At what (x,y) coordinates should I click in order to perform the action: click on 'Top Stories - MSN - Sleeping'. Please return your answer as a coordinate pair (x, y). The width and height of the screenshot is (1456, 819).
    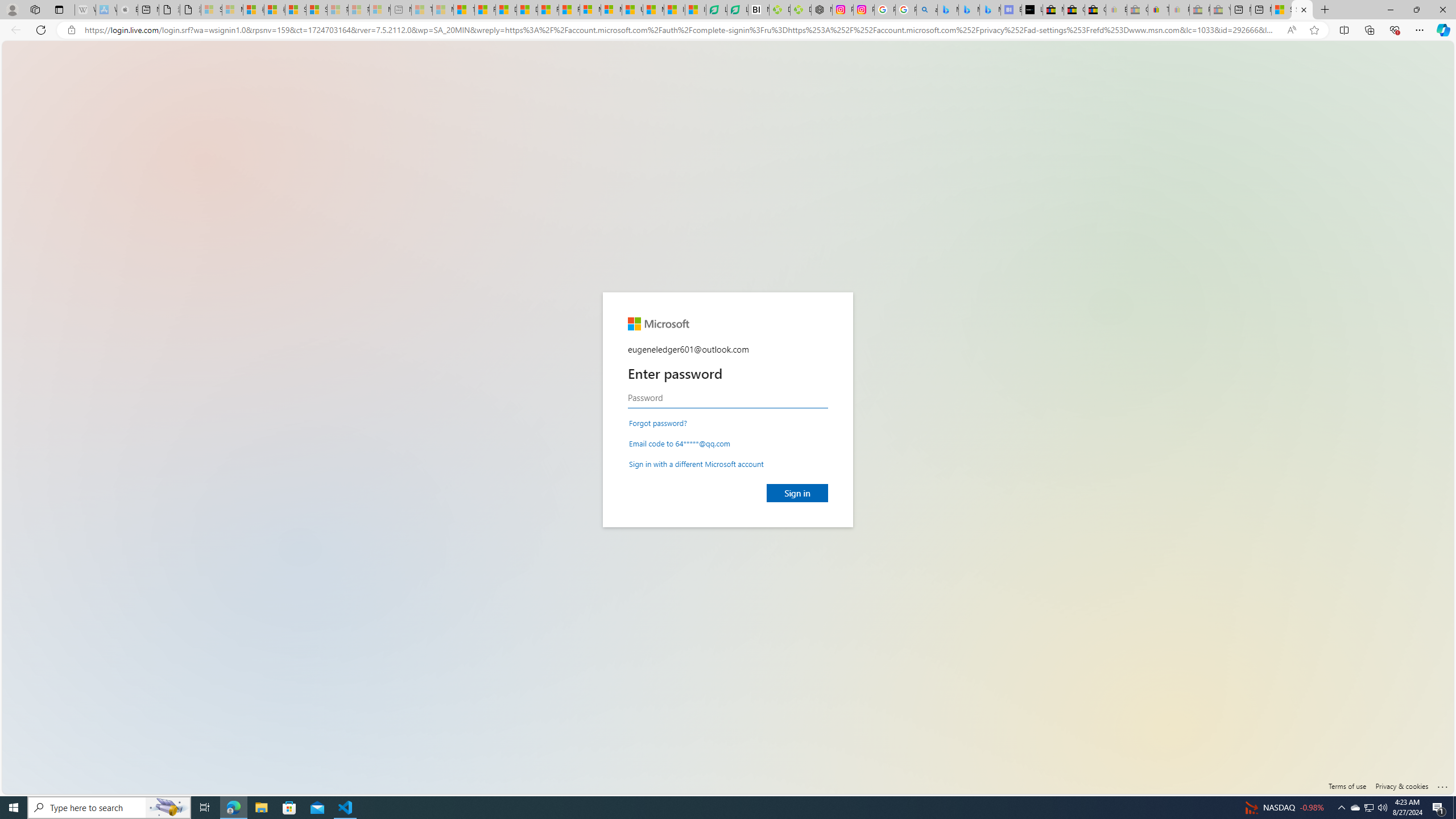
    Looking at the image, I should click on (421, 9).